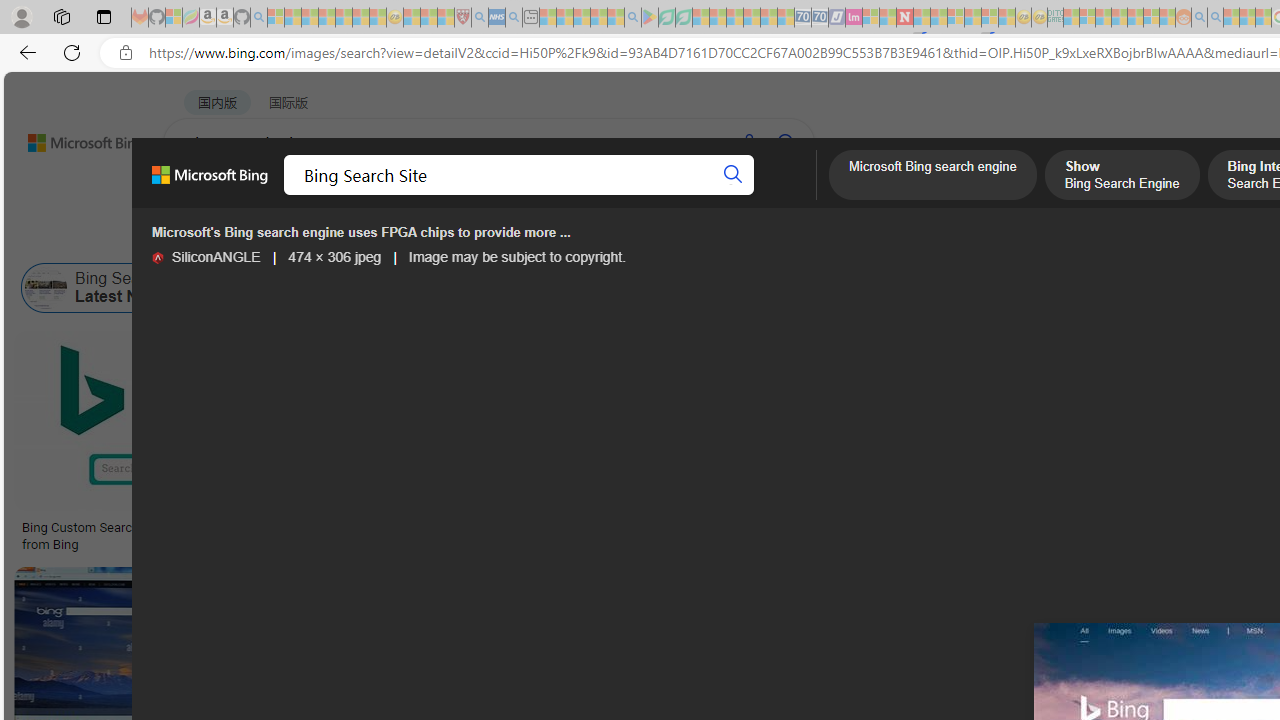 The height and width of the screenshot is (720, 1280). I want to click on 'SiliconANGLE SiliconANGLE', so click(206, 256).